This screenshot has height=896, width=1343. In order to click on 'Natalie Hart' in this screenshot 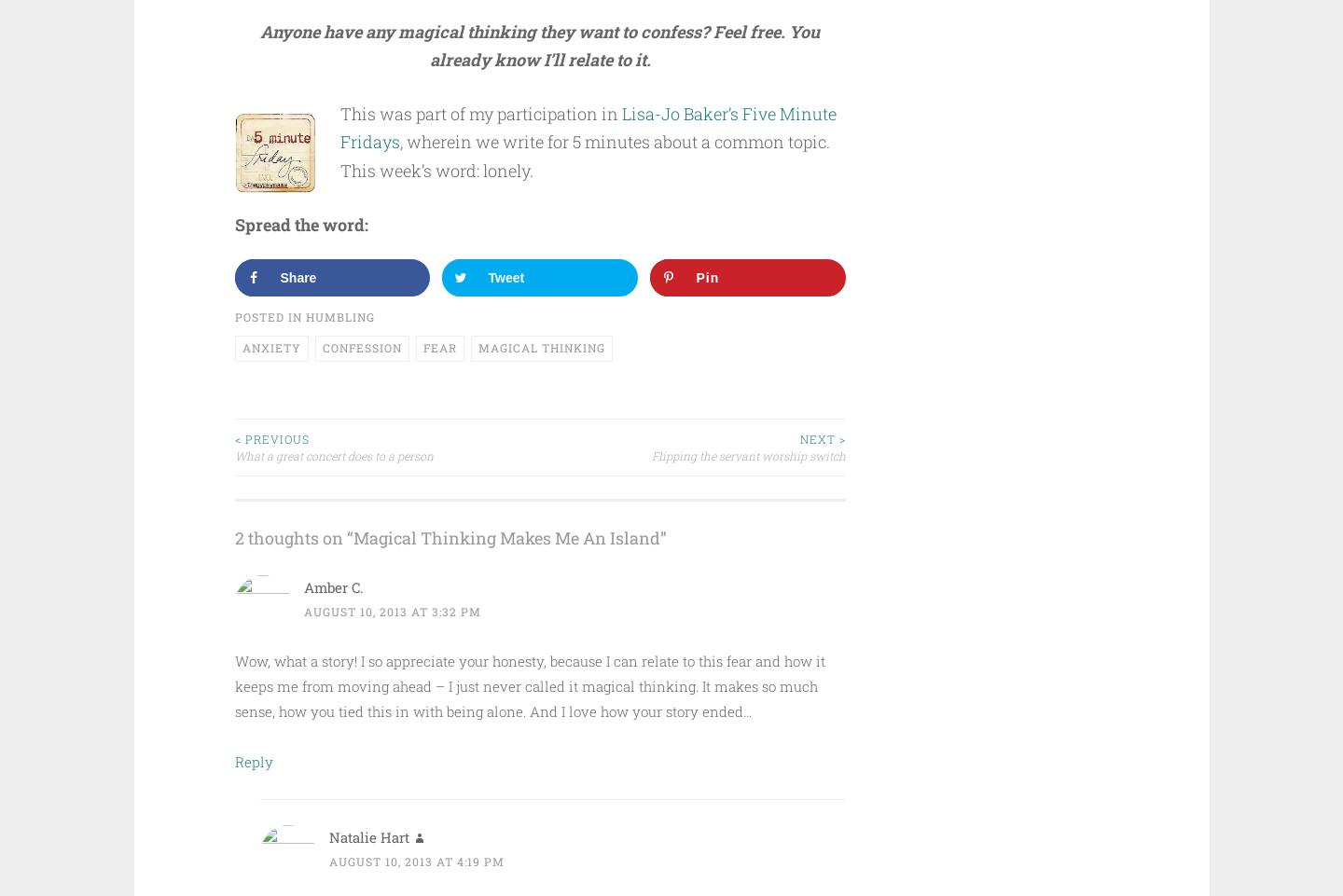, I will do `click(367, 835)`.